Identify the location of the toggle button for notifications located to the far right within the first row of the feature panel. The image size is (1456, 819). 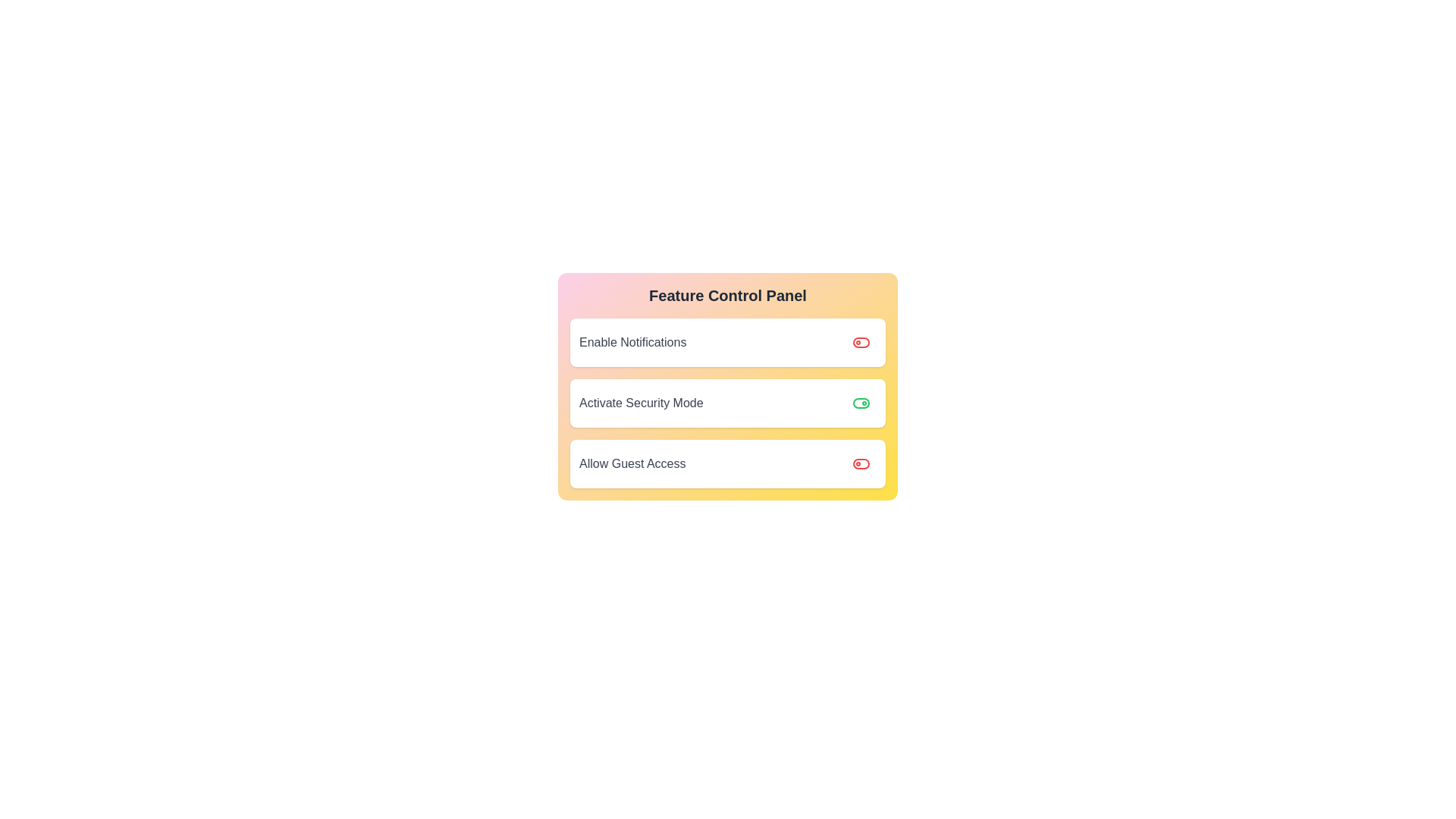
(861, 342).